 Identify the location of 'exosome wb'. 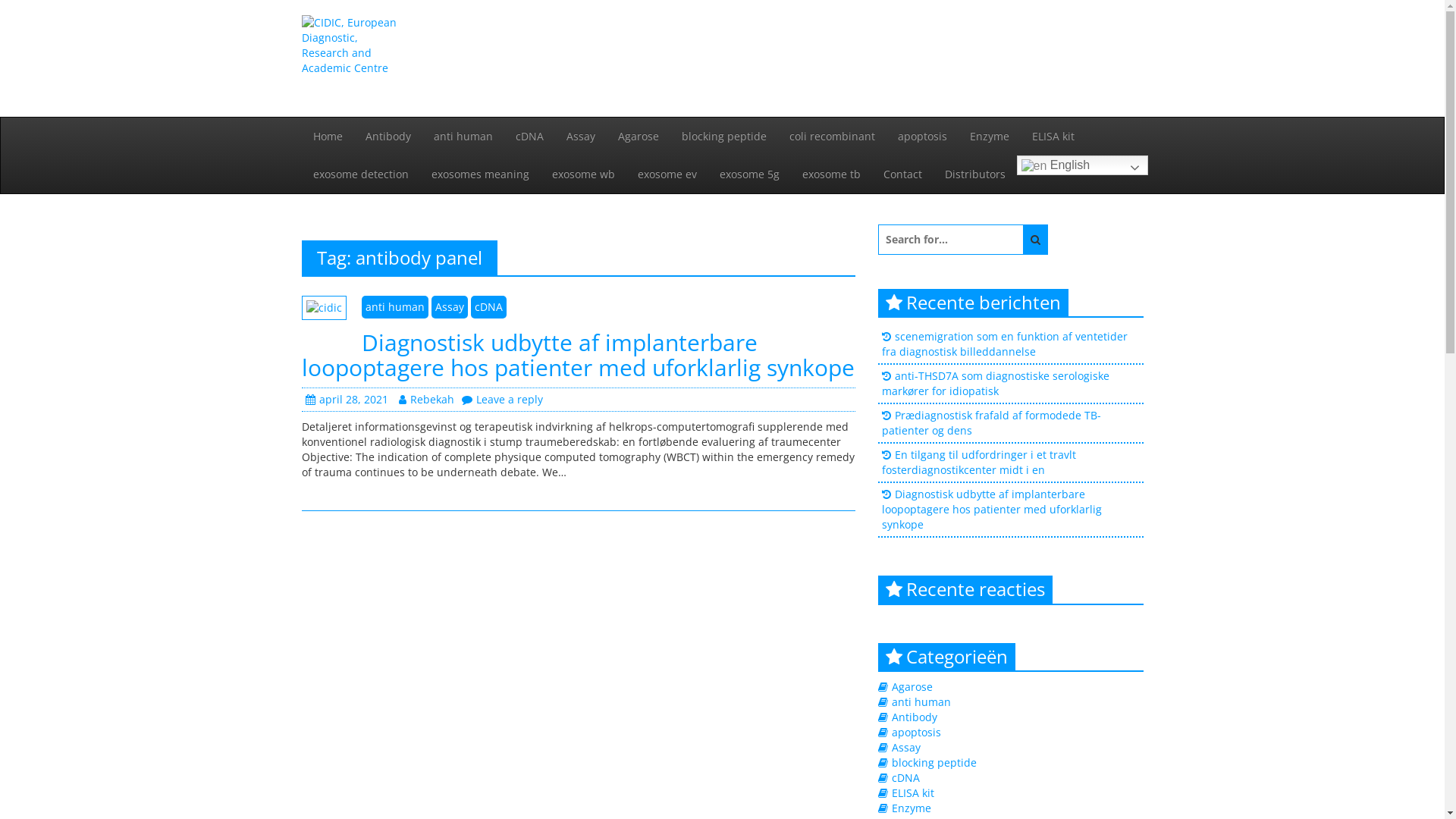
(539, 174).